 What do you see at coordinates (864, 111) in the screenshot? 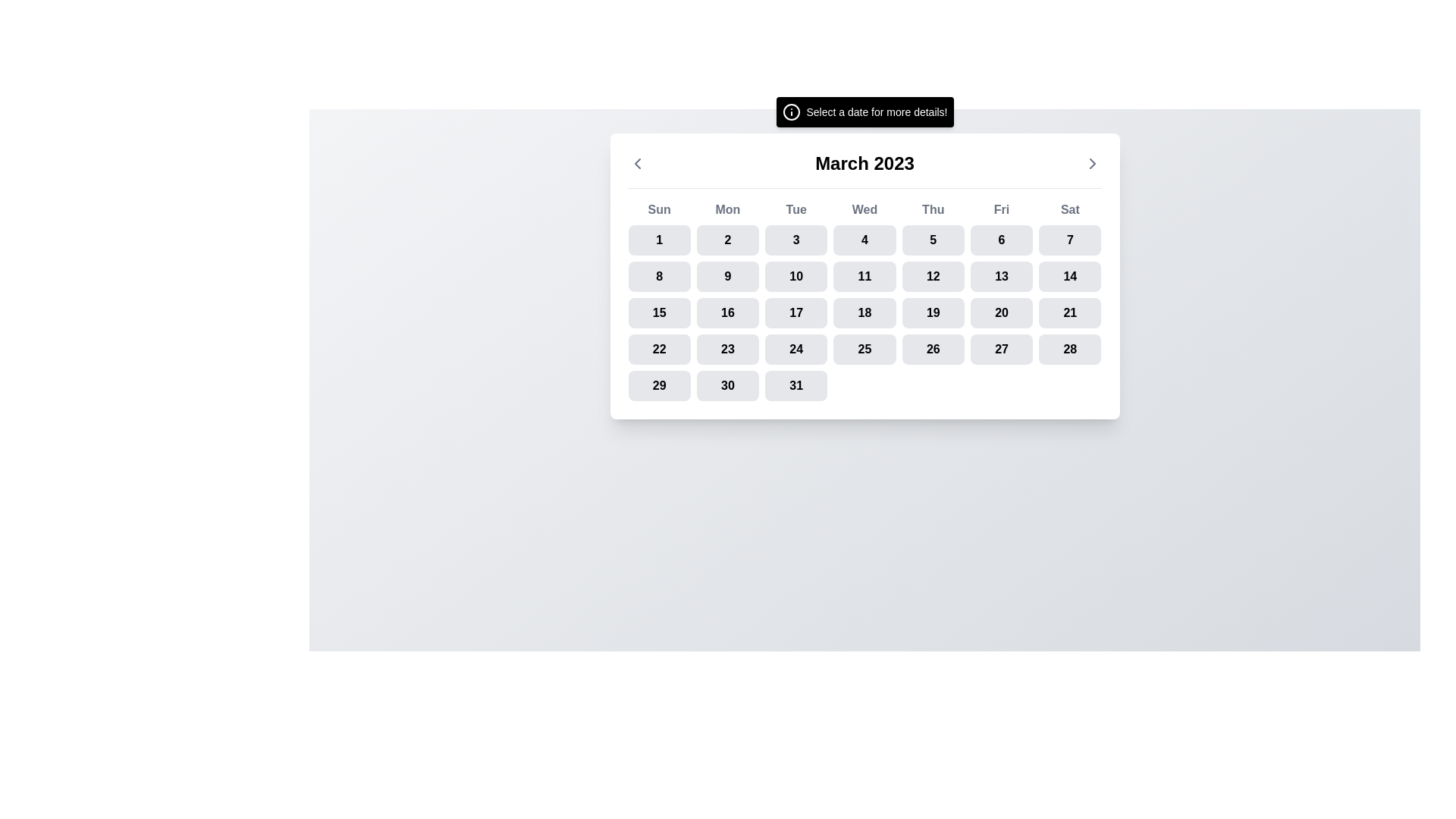
I see `the tooltip with the black background and white text that reads 'Select a date for more details!', located above the calendar component` at bounding box center [864, 111].